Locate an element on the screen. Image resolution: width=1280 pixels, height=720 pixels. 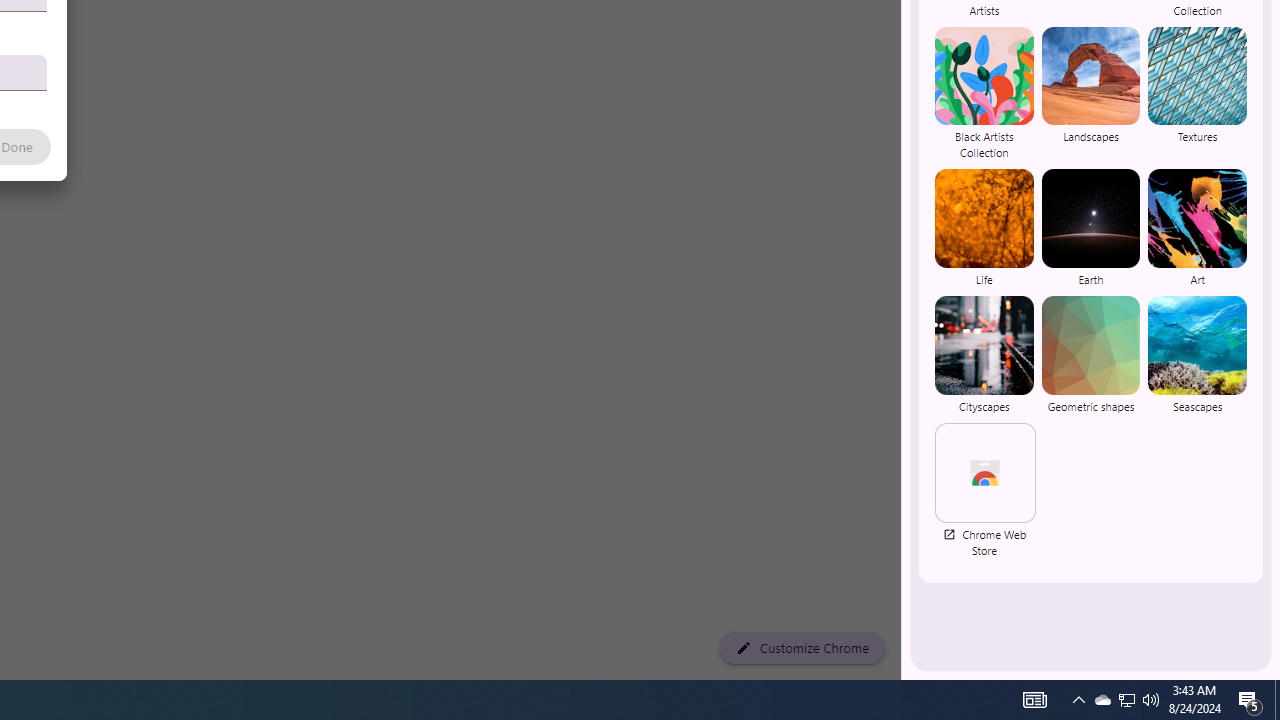
' Chrome Web Store' is located at coordinates (984, 491).